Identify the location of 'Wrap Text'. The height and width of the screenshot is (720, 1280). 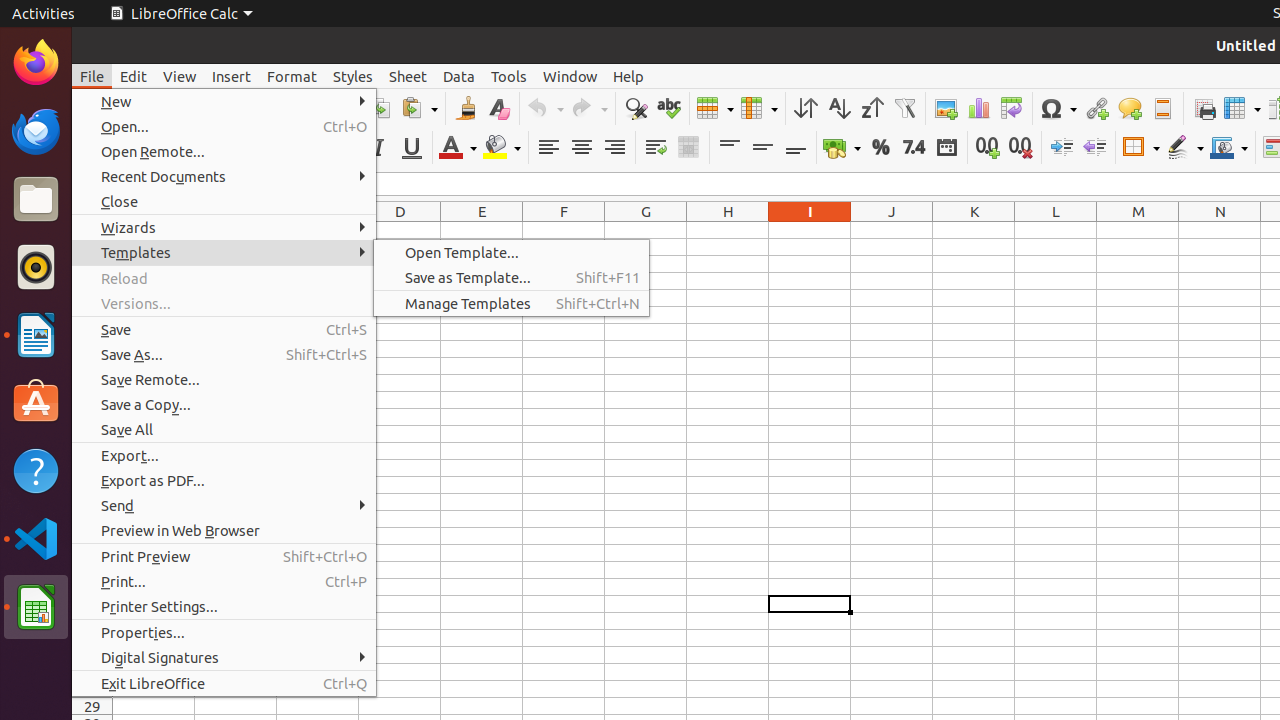
(655, 146).